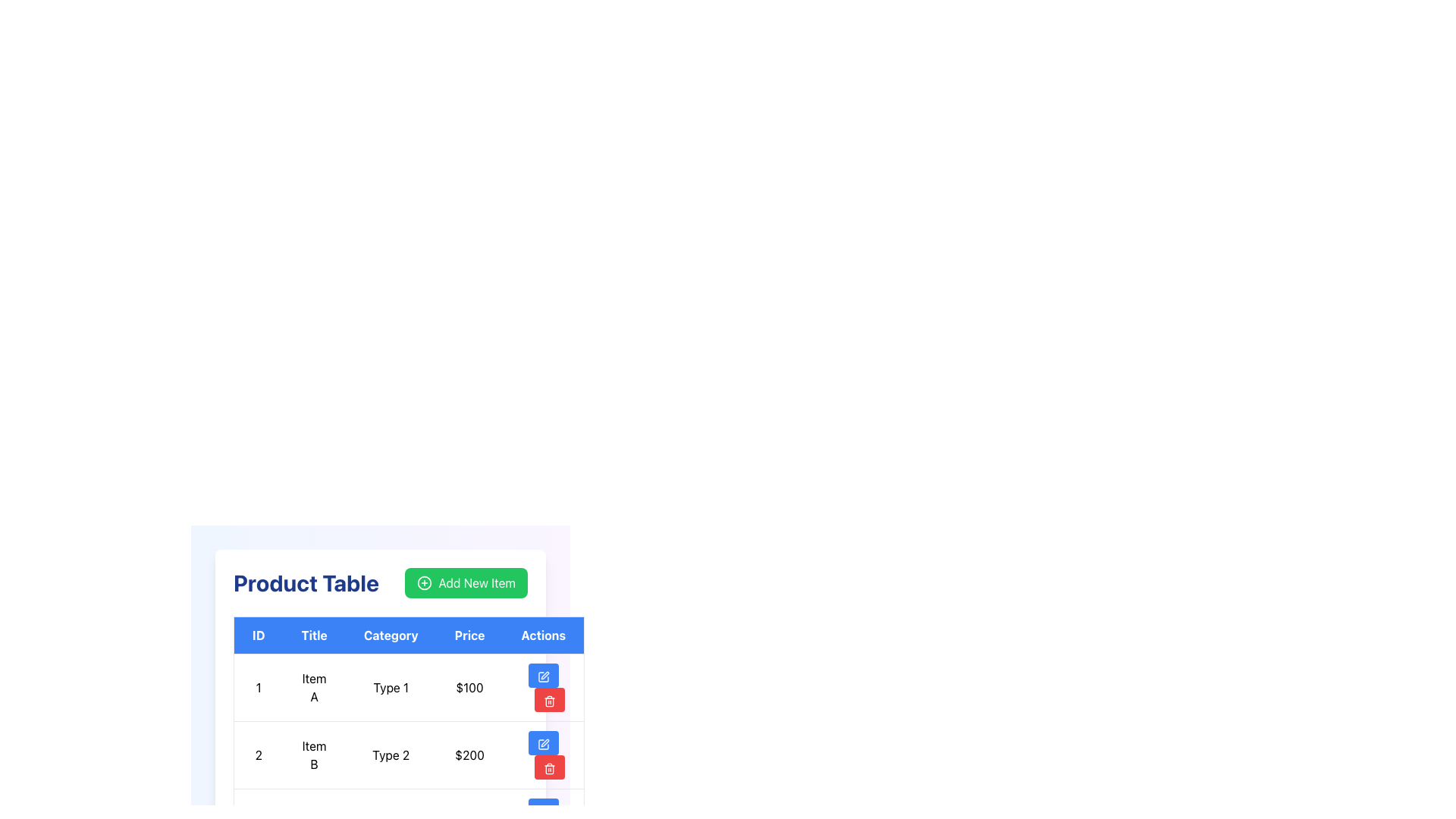 This screenshot has height=819, width=1456. I want to click on the 'Category' column header in the table, which is the third header from the left between 'Title' and 'Price', so click(391, 635).